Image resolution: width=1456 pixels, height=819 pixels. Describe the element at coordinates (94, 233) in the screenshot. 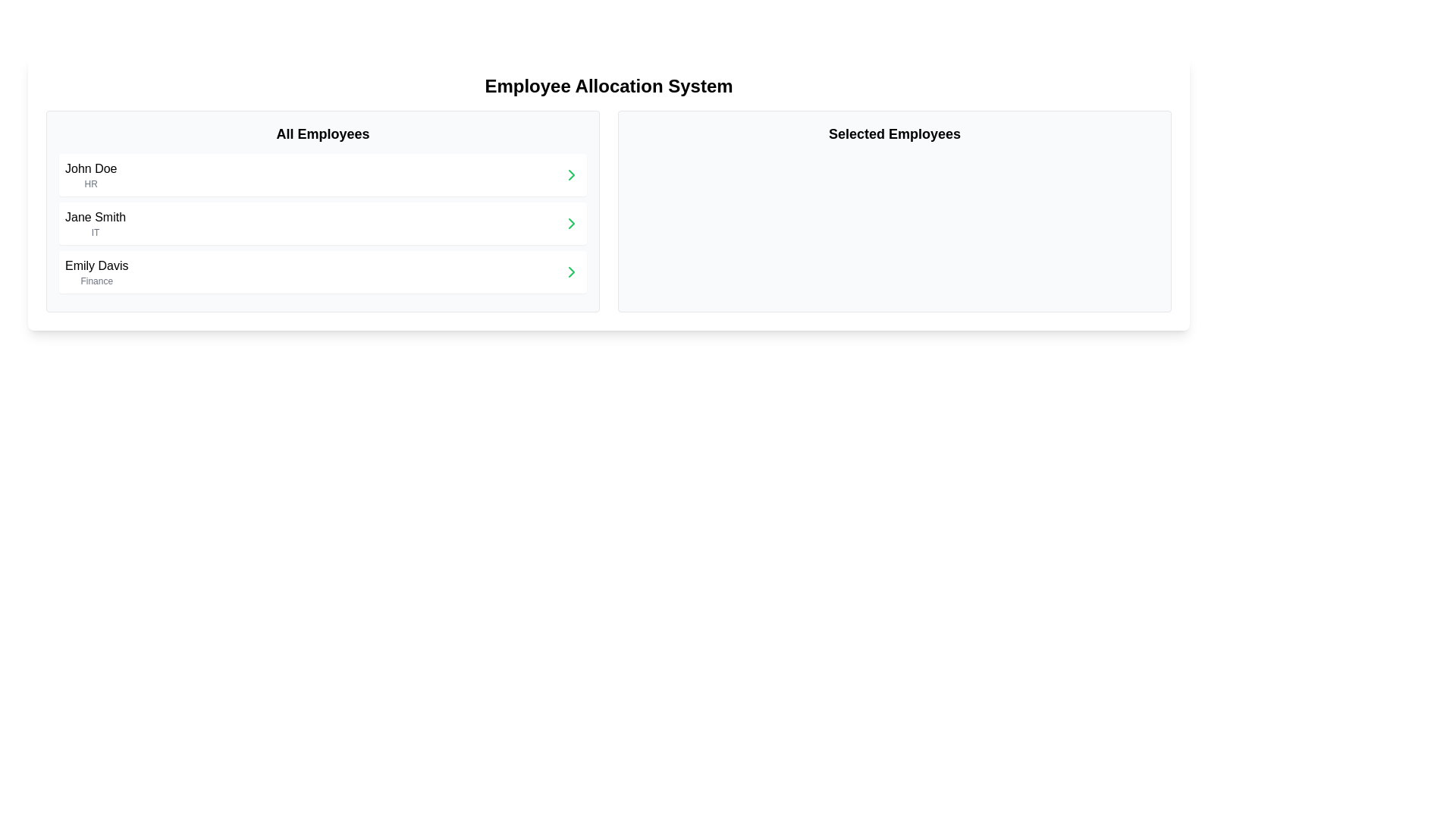

I see `the text label denoting the department or role 'IT' associated with 'Jane Smith' located in the 'All Employees' section, just beneath the name` at that location.